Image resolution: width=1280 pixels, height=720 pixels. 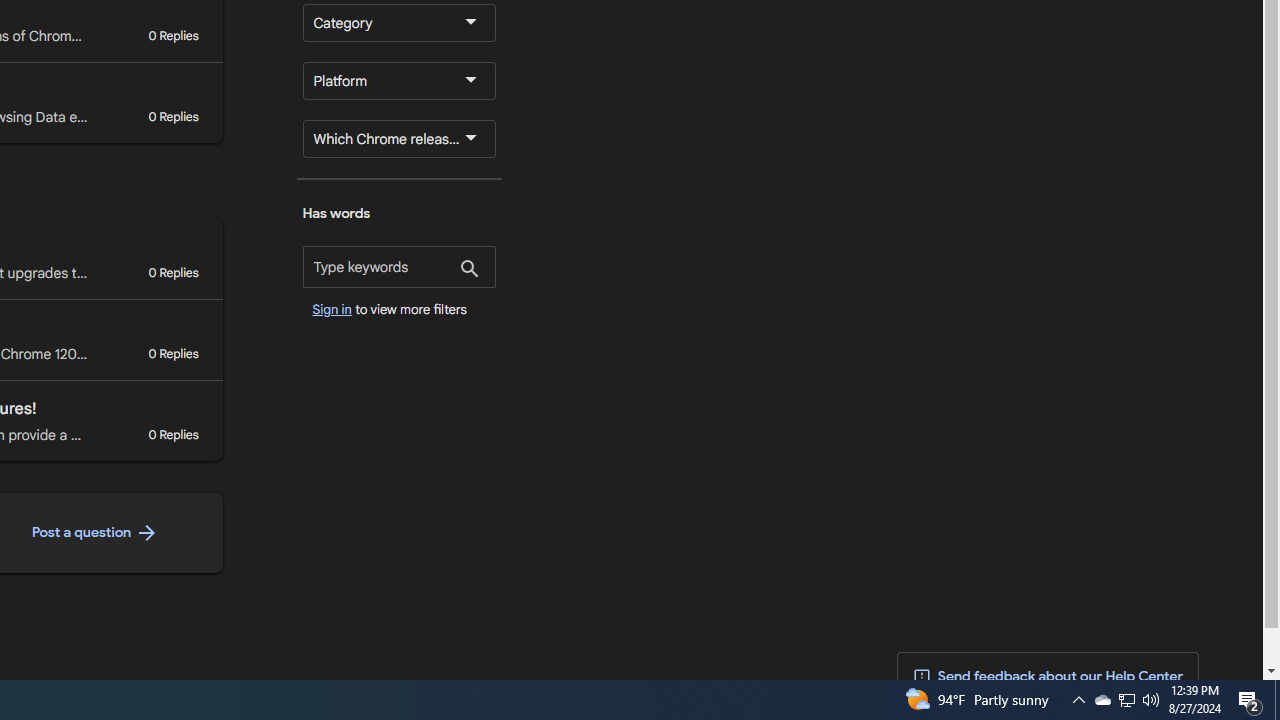 What do you see at coordinates (399, 23) in the screenshot?
I see `'Category'` at bounding box center [399, 23].